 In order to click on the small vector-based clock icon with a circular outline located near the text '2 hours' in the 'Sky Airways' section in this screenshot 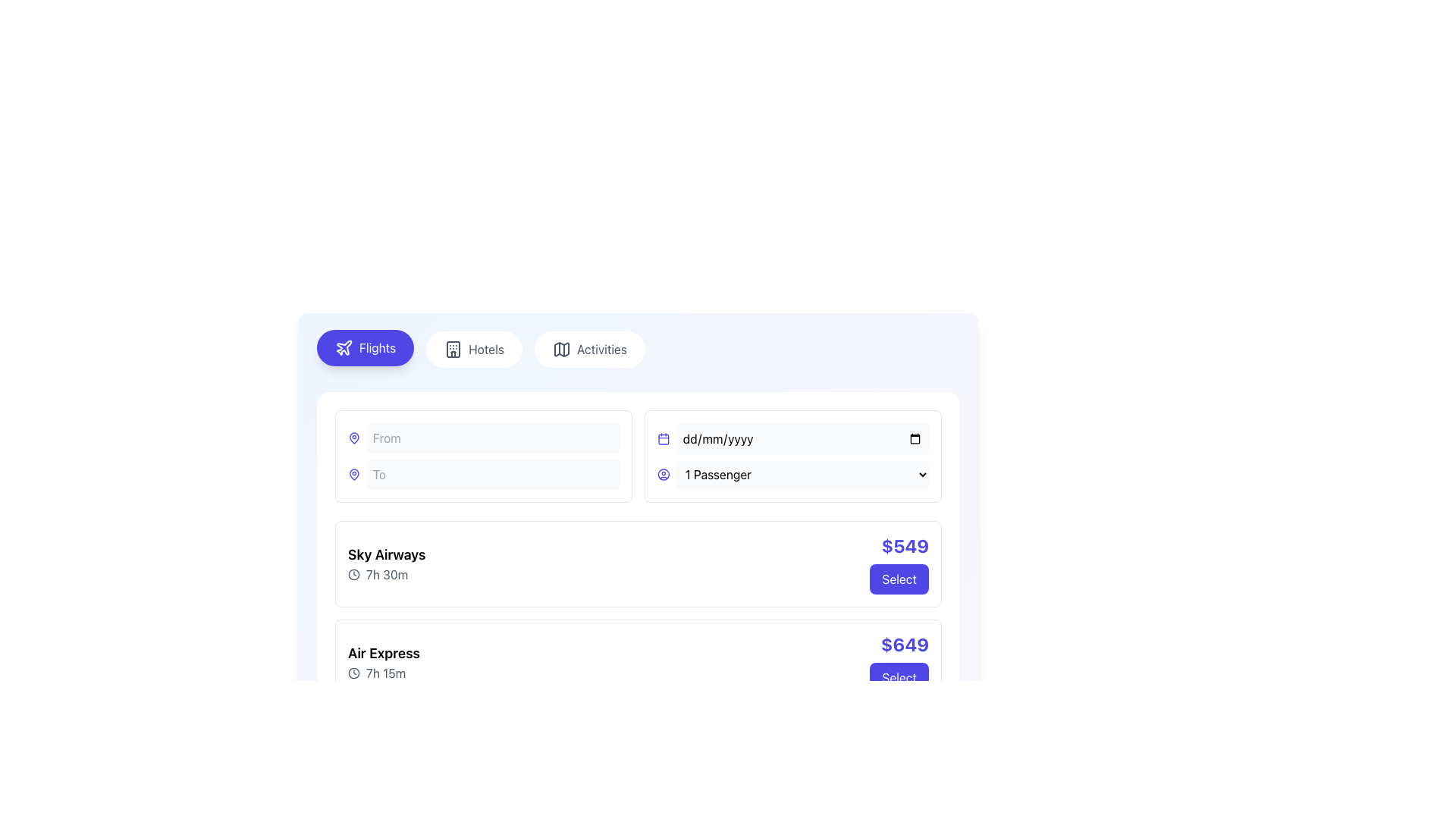, I will do `click(582, 564)`.